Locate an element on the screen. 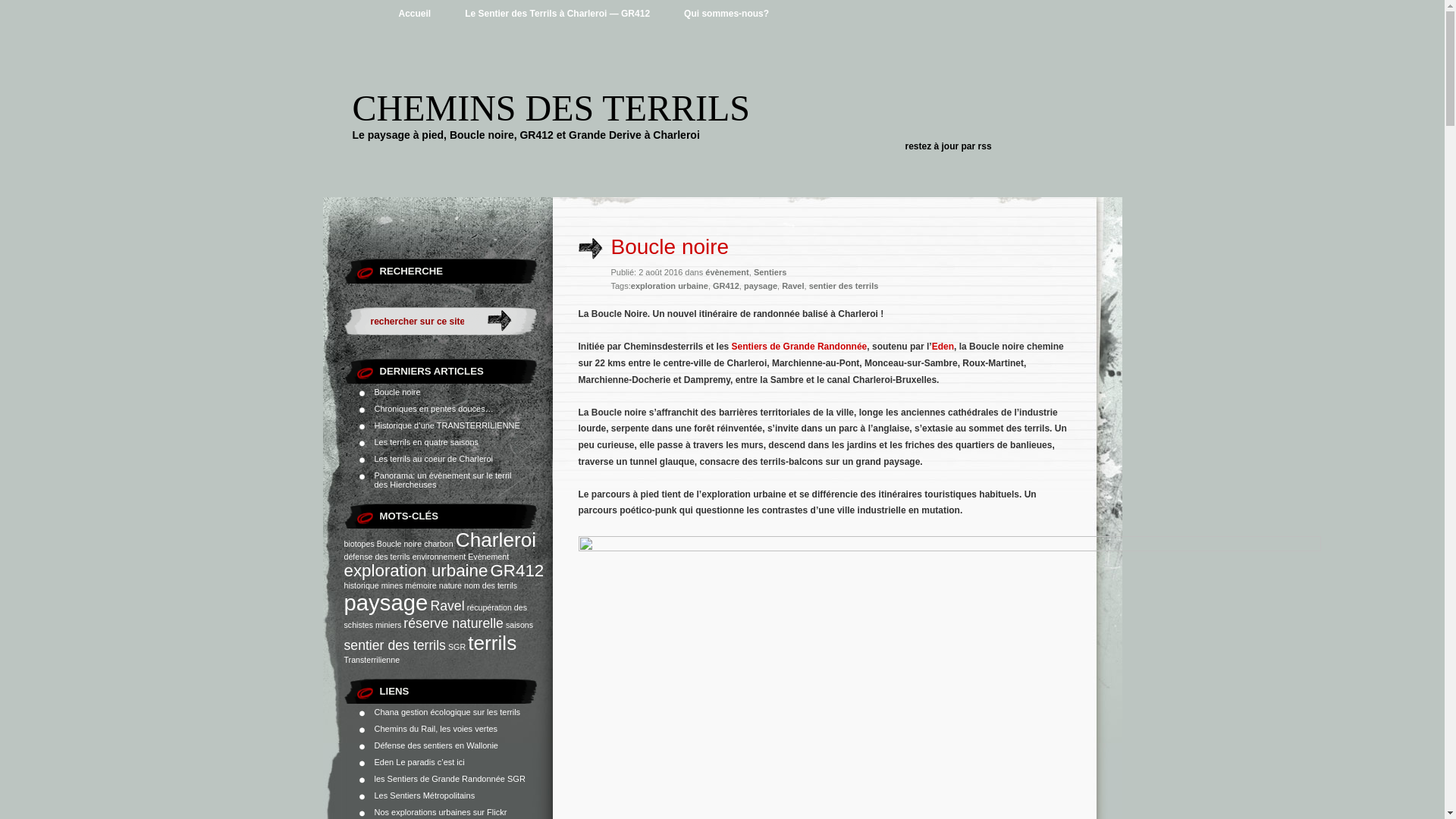  'GR412' is located at coordinates (516, 570).